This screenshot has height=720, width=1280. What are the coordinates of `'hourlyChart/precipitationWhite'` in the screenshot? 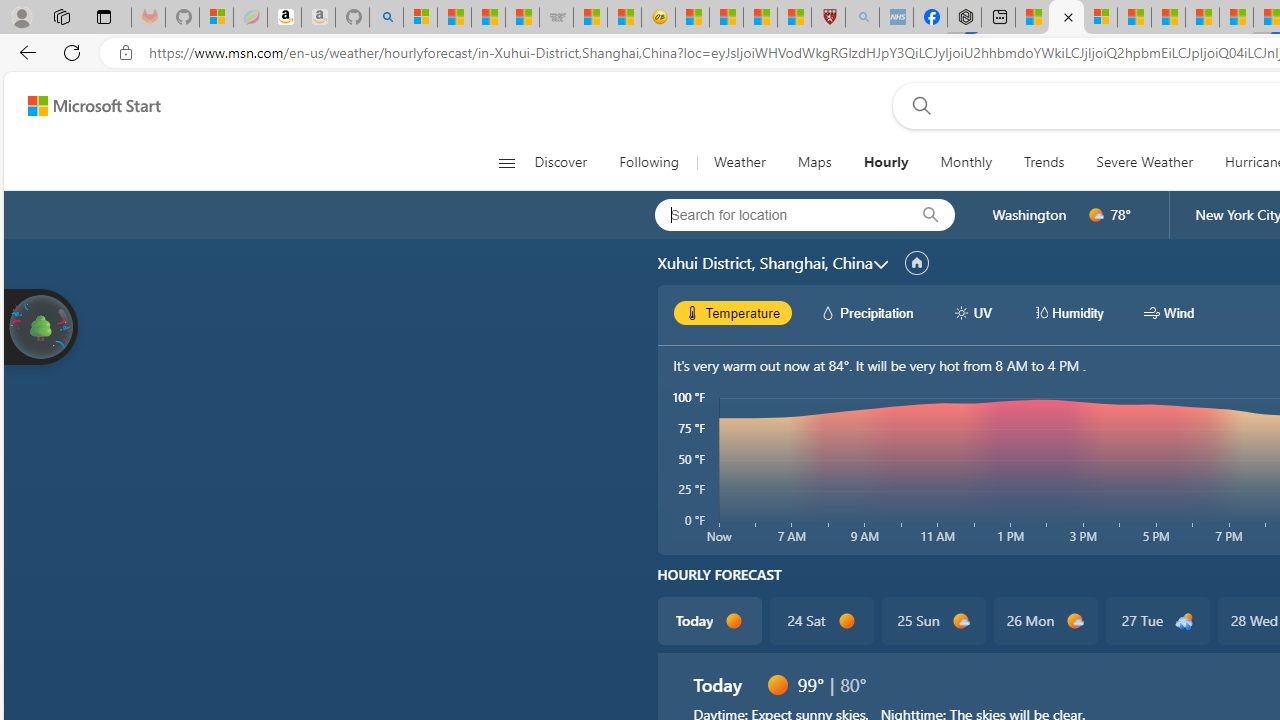 It's located at (828, 312).